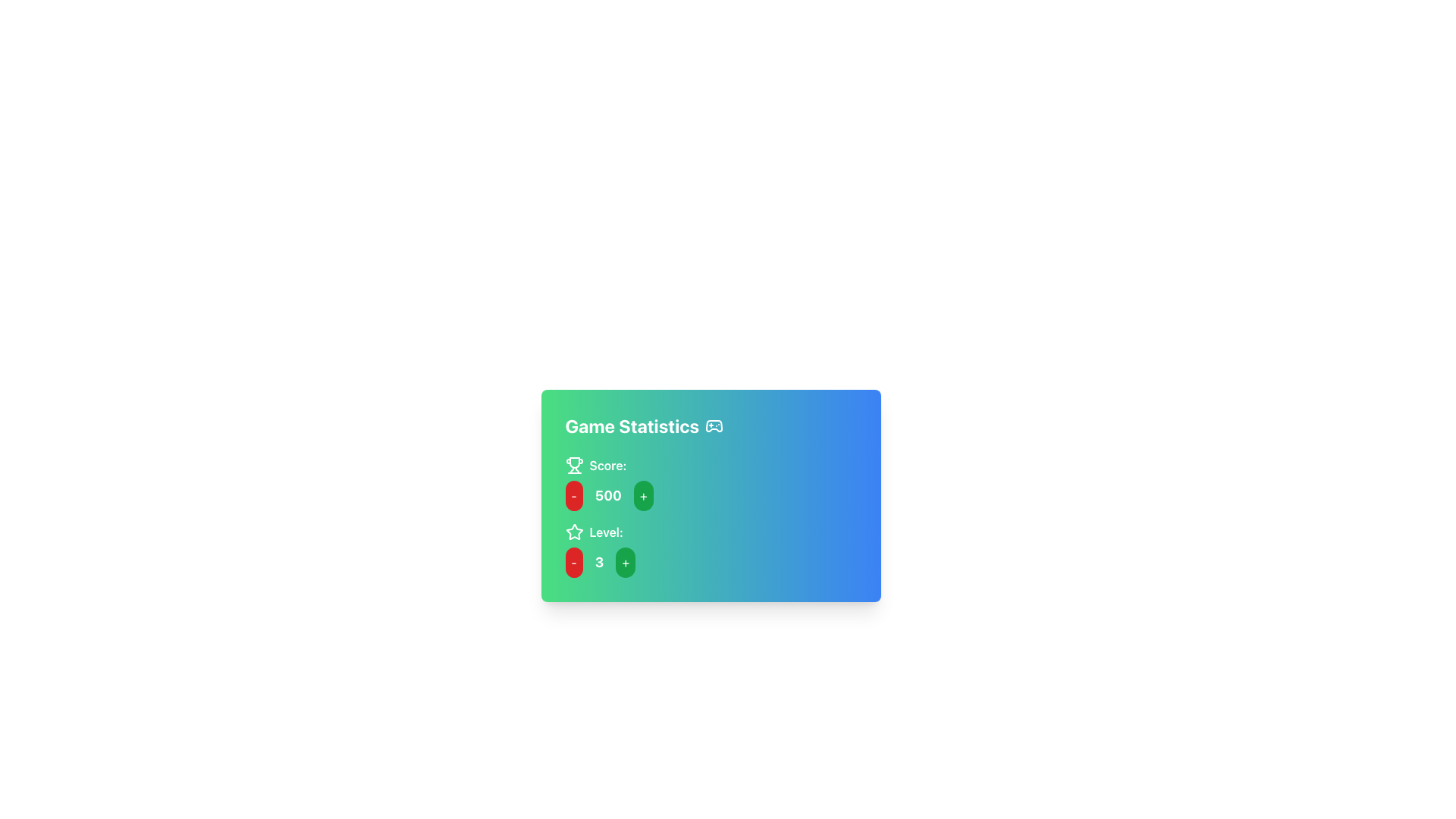  I want to click on the circular green button with a '+' symbol to change its background color, so click(626, 562).